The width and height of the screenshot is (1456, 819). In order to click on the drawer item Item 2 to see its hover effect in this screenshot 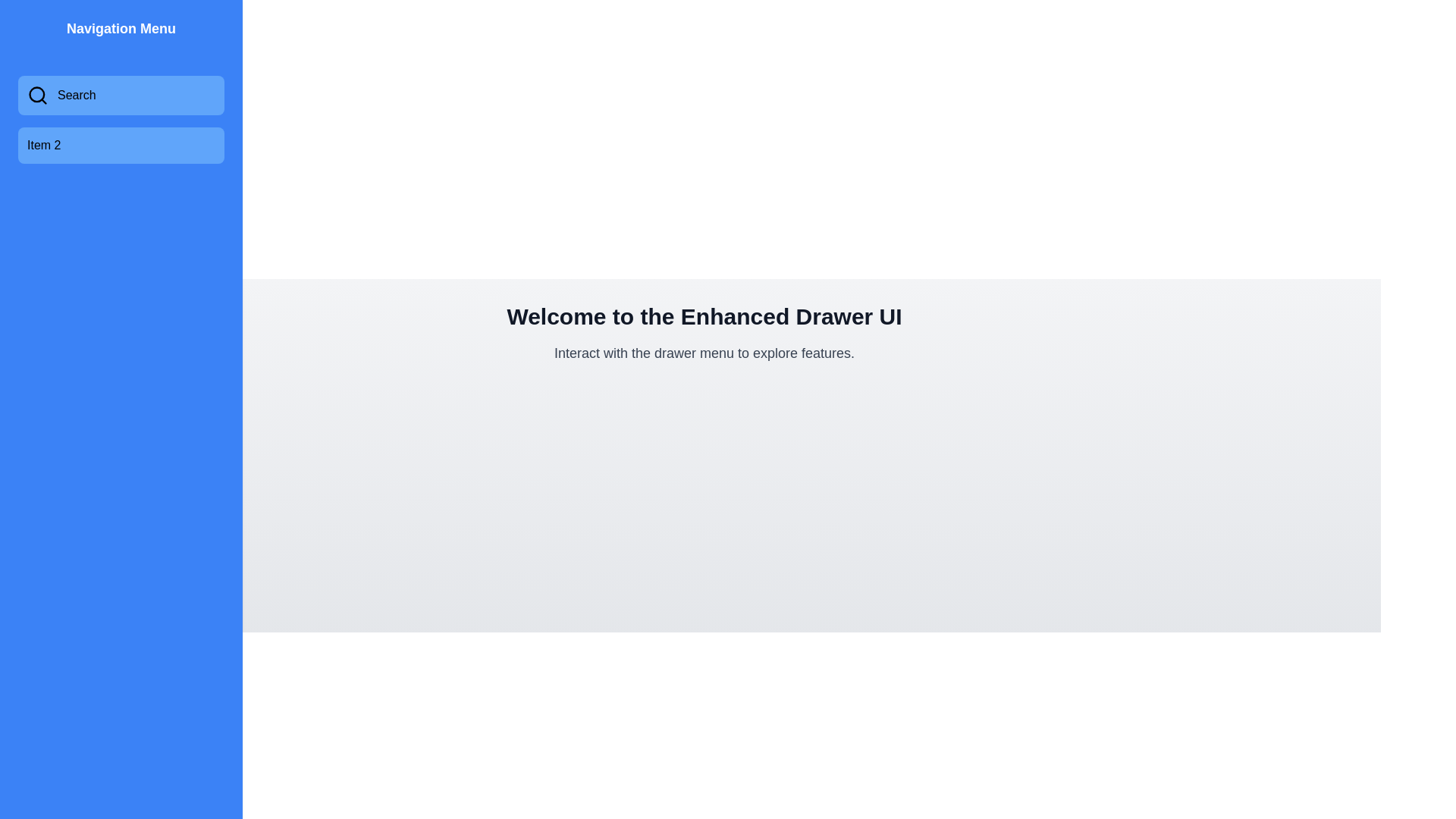, I will do `click(120, 146)`.